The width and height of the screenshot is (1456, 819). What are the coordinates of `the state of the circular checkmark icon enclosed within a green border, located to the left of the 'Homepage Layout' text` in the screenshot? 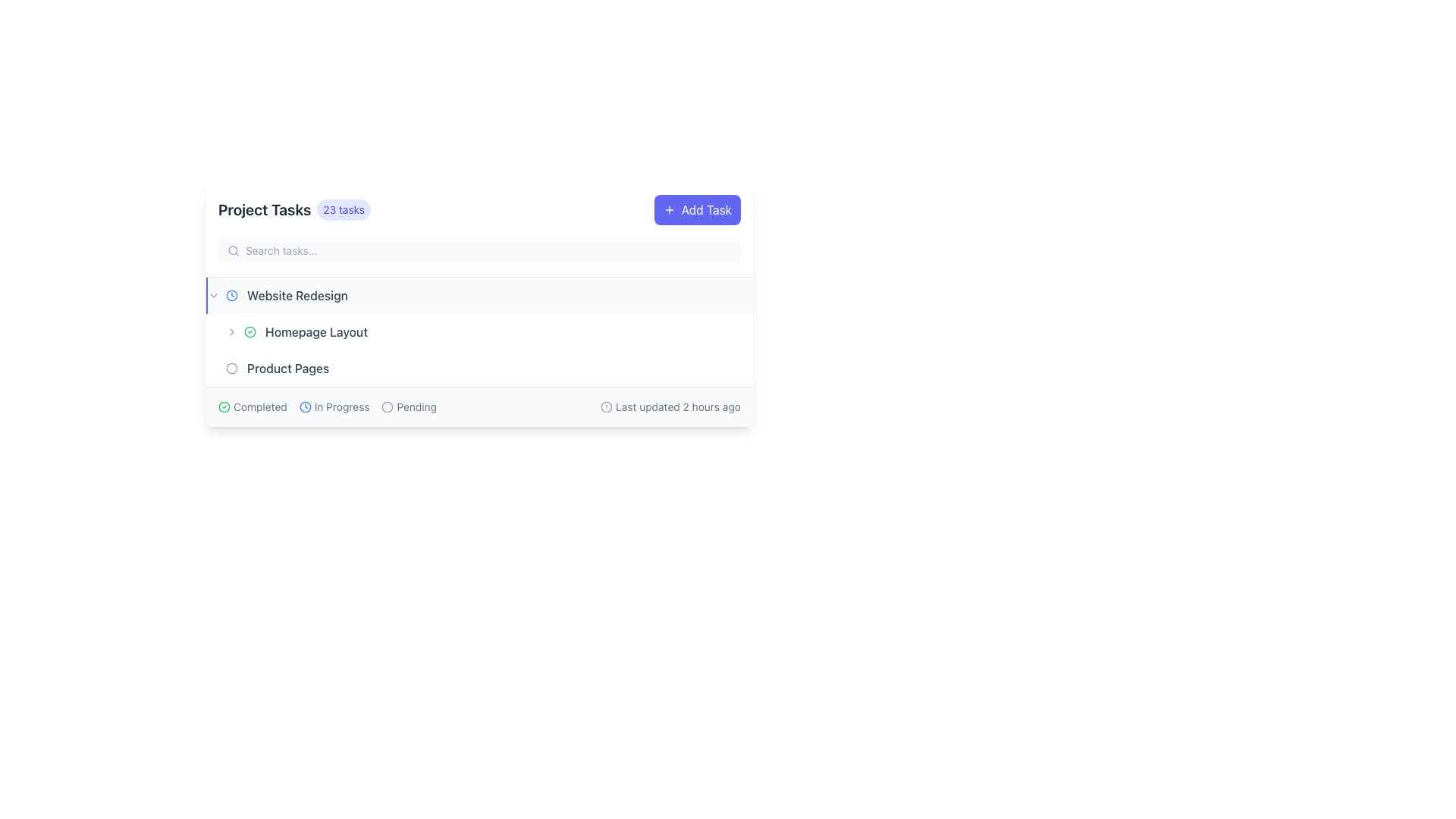 It's located at (250, 331).